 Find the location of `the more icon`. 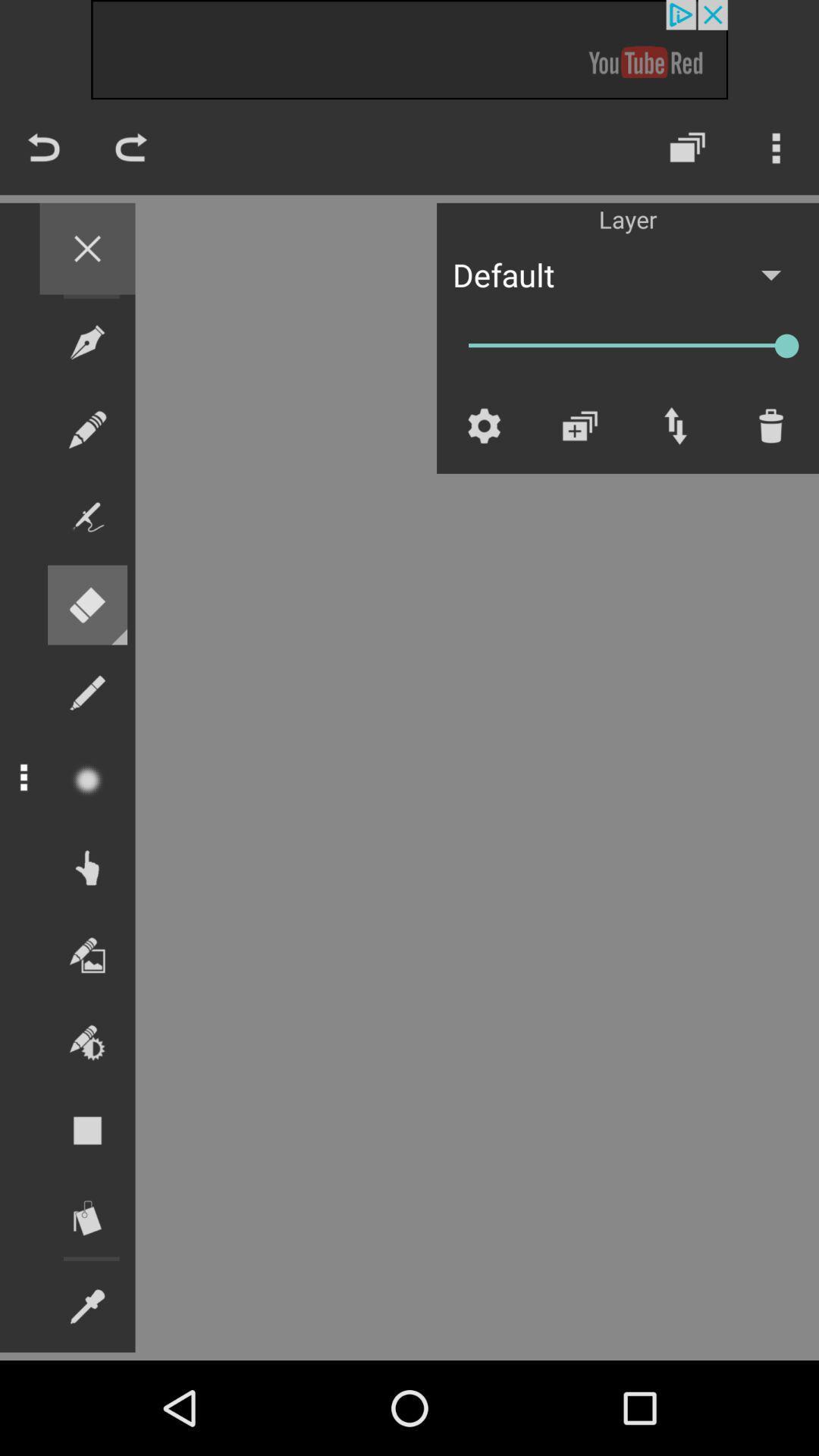

the more icon is located at coordinates (775, 147).